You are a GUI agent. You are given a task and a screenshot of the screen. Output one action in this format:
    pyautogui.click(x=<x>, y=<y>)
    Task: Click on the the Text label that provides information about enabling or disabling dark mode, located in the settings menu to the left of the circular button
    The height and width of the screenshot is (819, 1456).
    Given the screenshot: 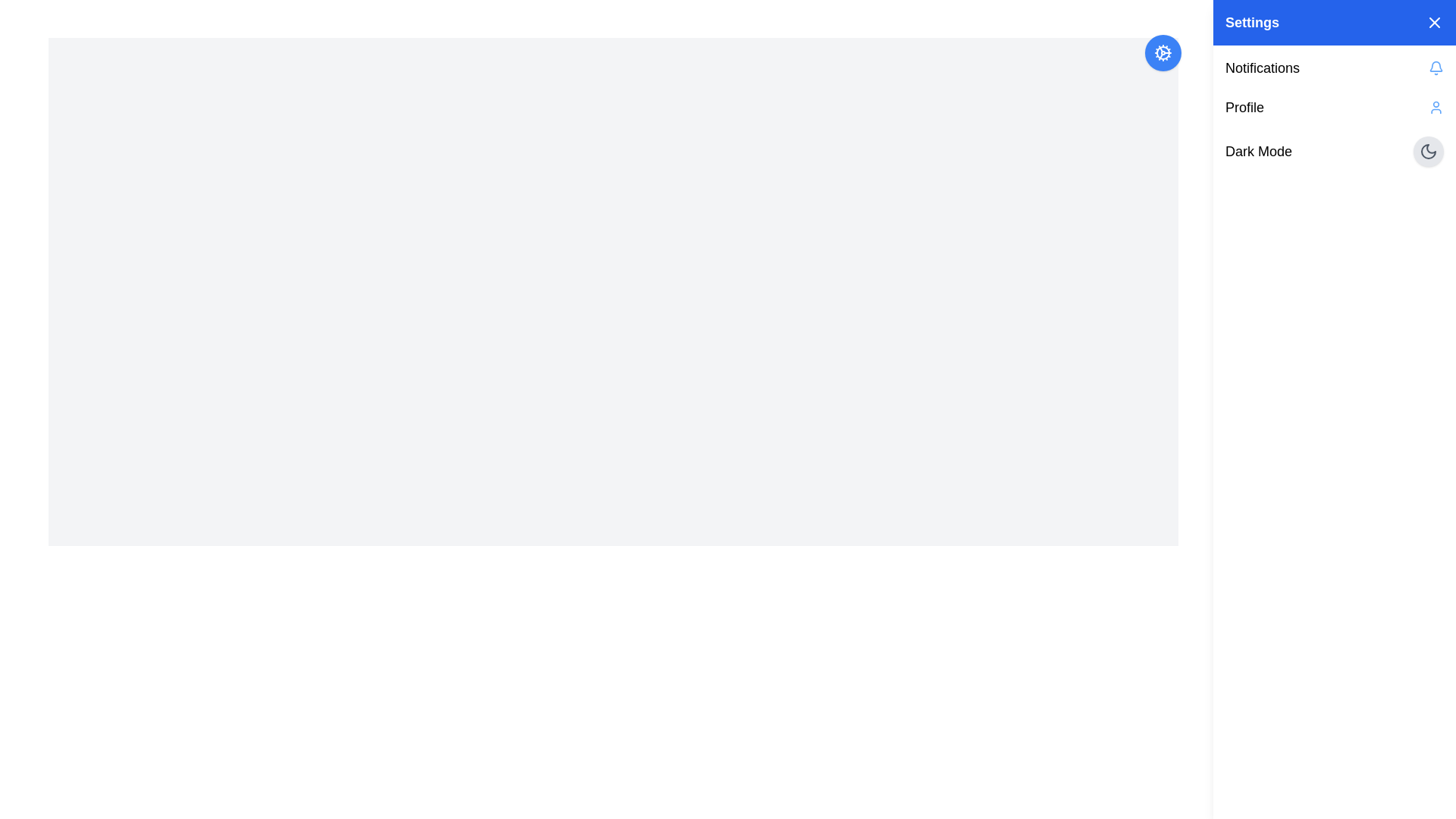 What is the action you would take?
    pyautogui.click(x=1259, y=152)
    